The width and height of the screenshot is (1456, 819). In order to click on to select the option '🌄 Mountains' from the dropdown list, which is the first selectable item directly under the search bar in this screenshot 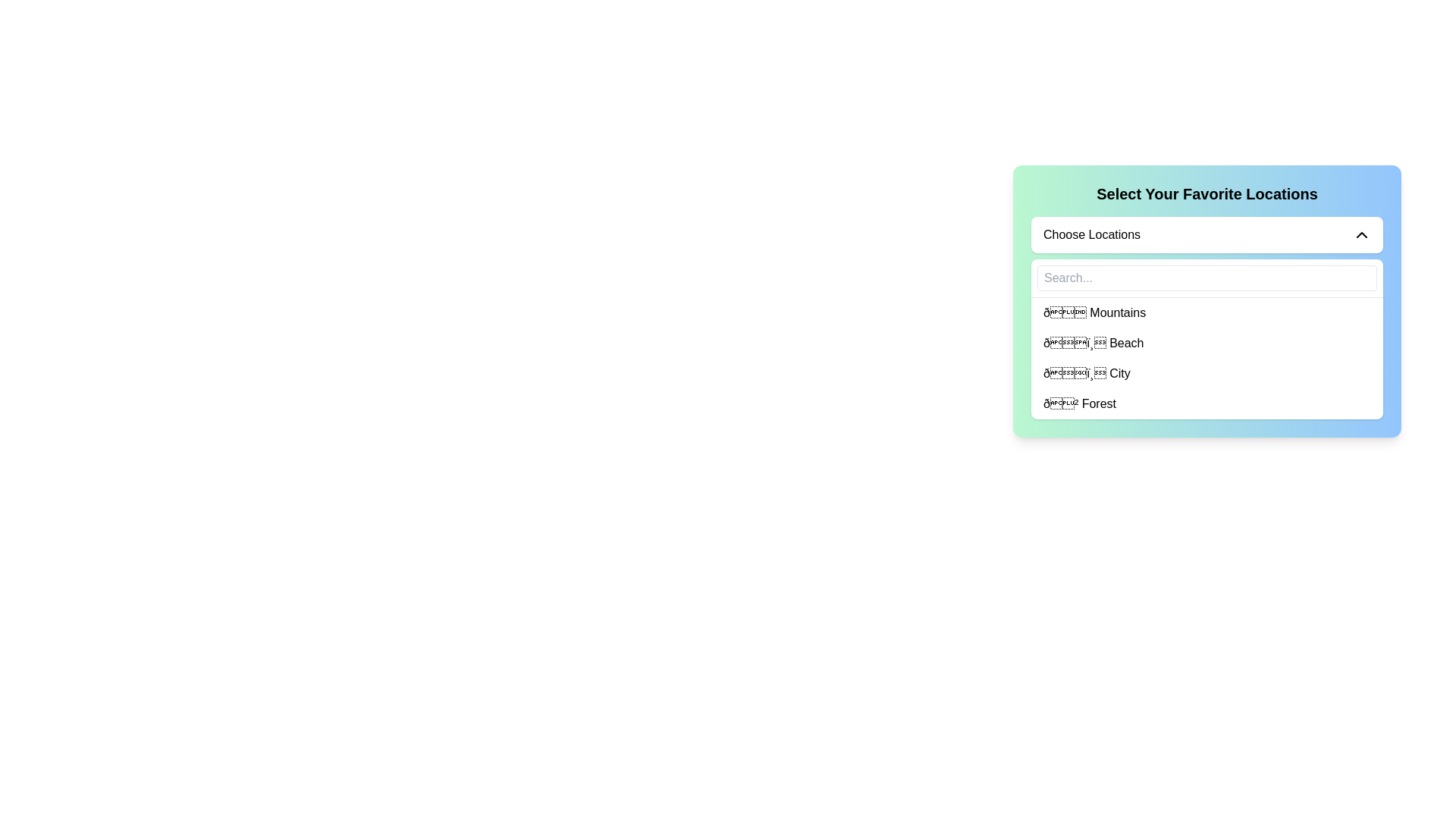, I will do `click(1207, 312)`.